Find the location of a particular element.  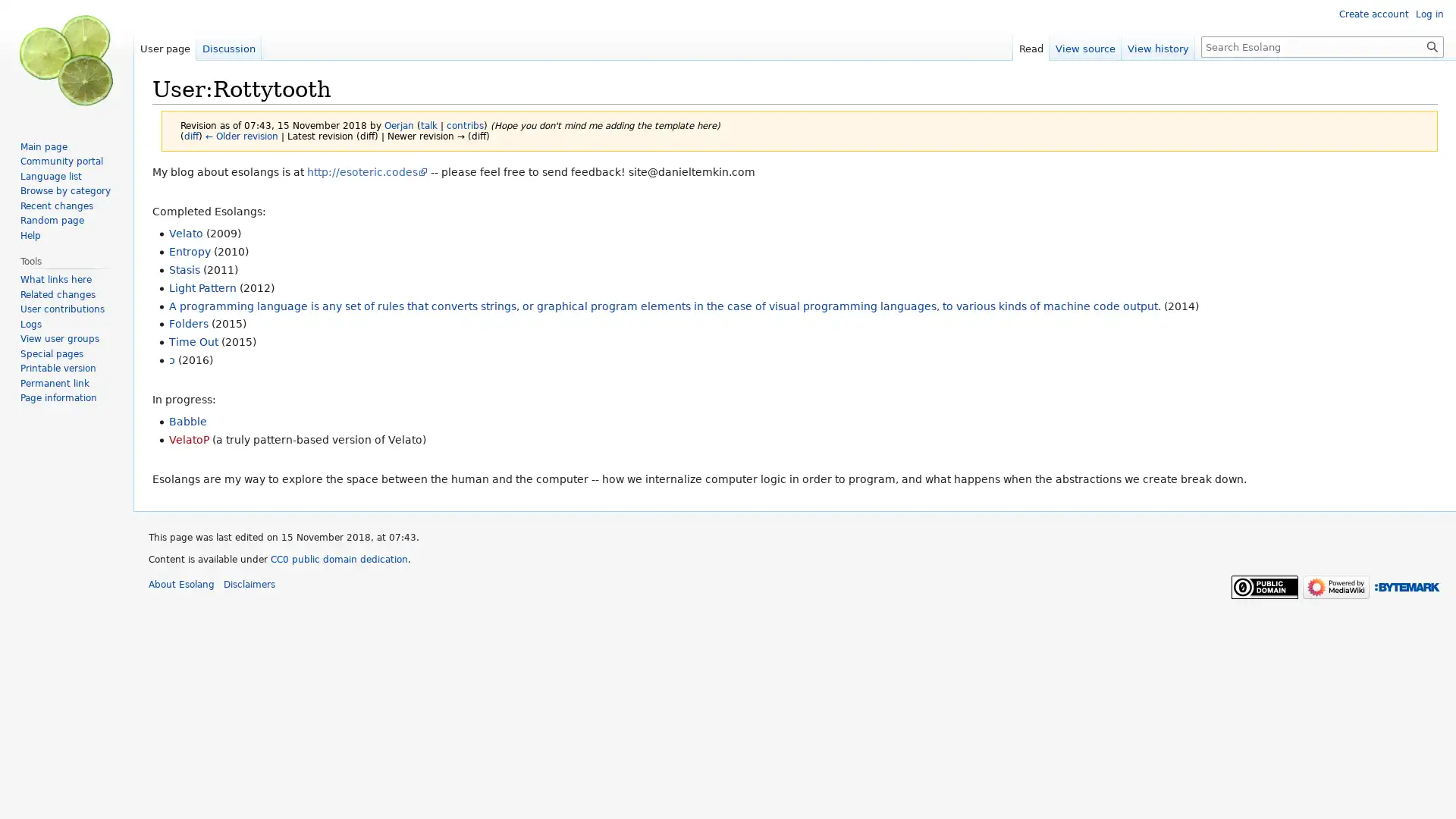

Go is located at coordinates (1432, 45).